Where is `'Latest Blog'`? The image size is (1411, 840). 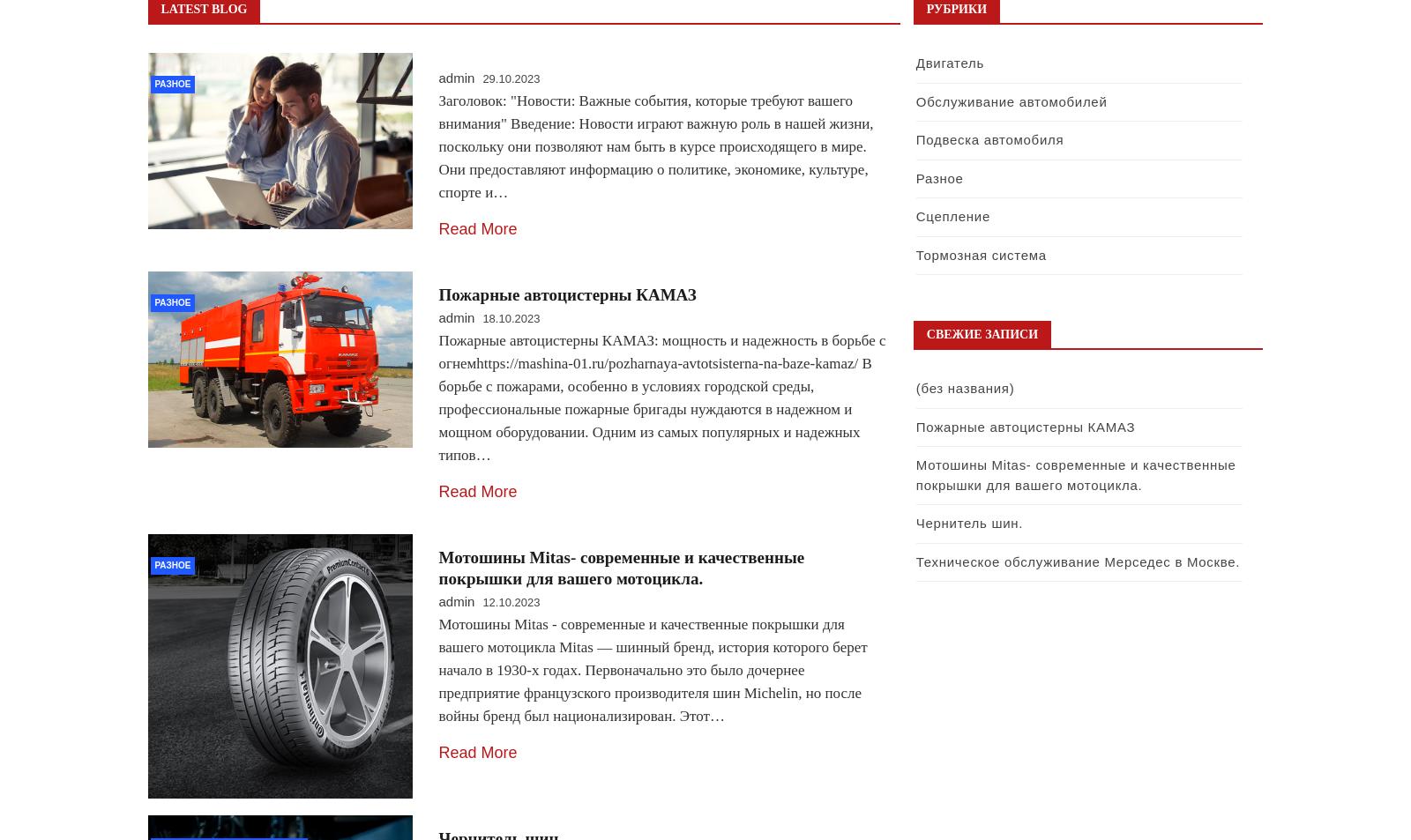
'Latest Blog' is located at coordinates (160, 8).